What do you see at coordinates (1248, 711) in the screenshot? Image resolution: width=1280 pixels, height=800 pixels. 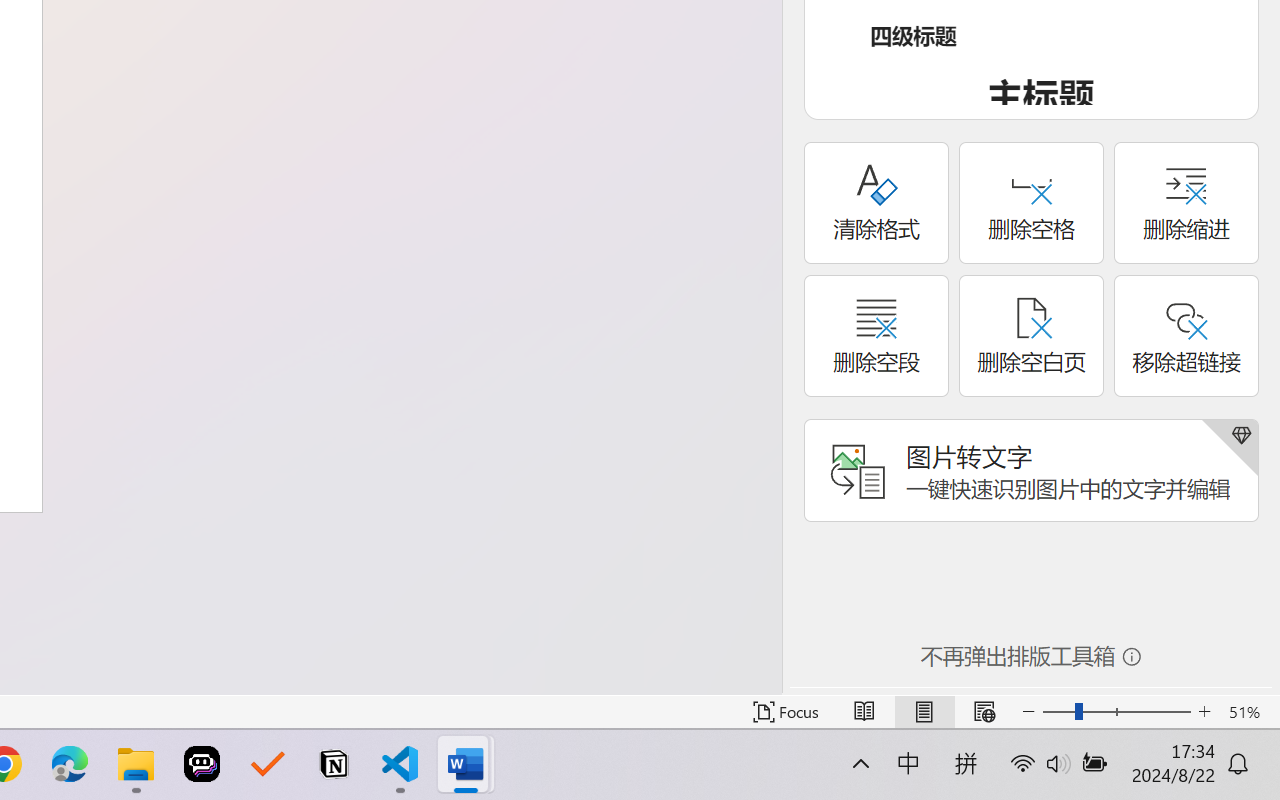 I see `'Zoom 51%'` at bounding box center [1248, 711].